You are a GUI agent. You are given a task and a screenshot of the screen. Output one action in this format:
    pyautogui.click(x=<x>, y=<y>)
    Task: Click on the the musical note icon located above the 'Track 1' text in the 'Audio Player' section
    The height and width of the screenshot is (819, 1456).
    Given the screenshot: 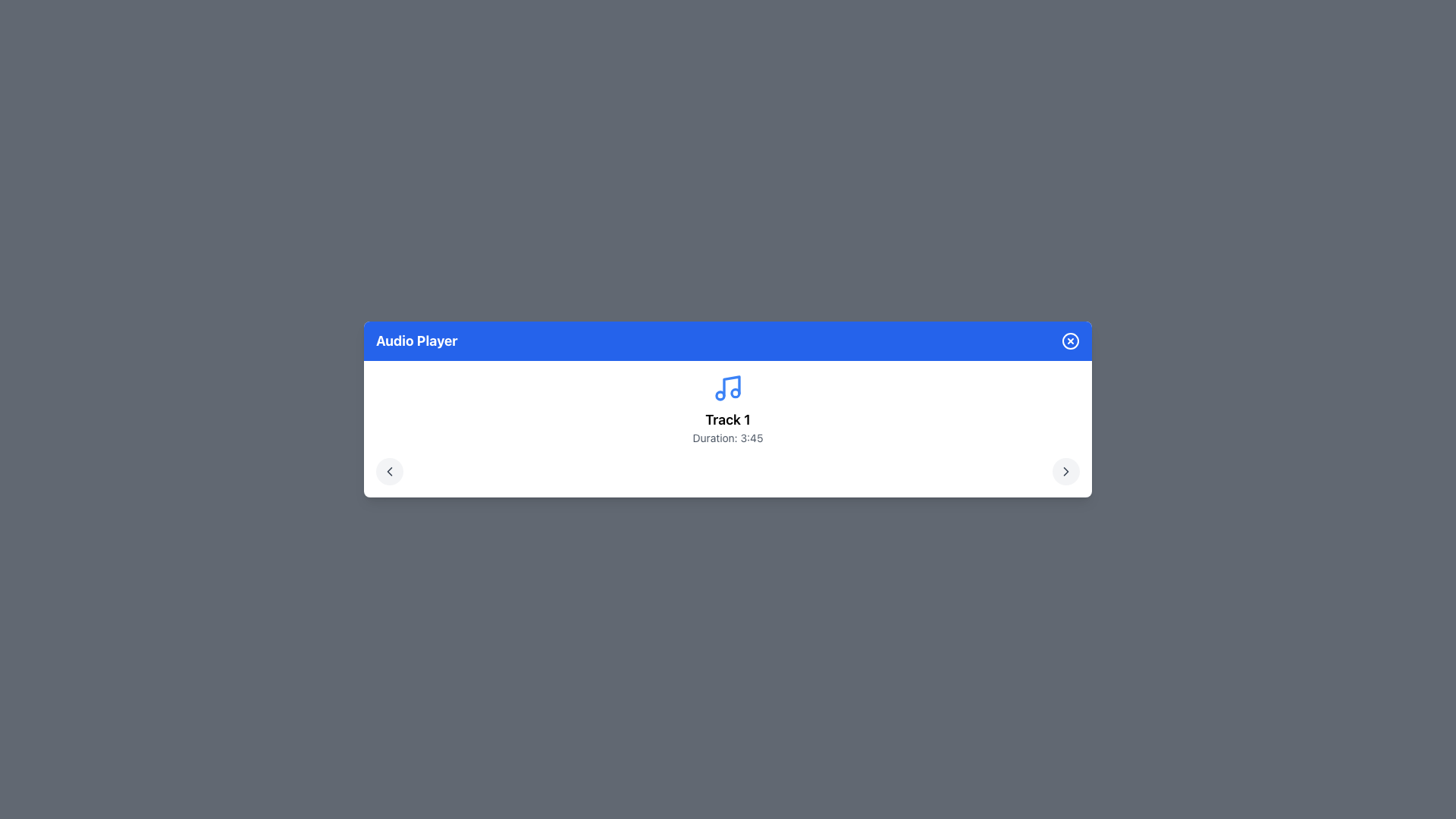 What is the action you would take?
    pyautogui.click(x=728, y=409)
    